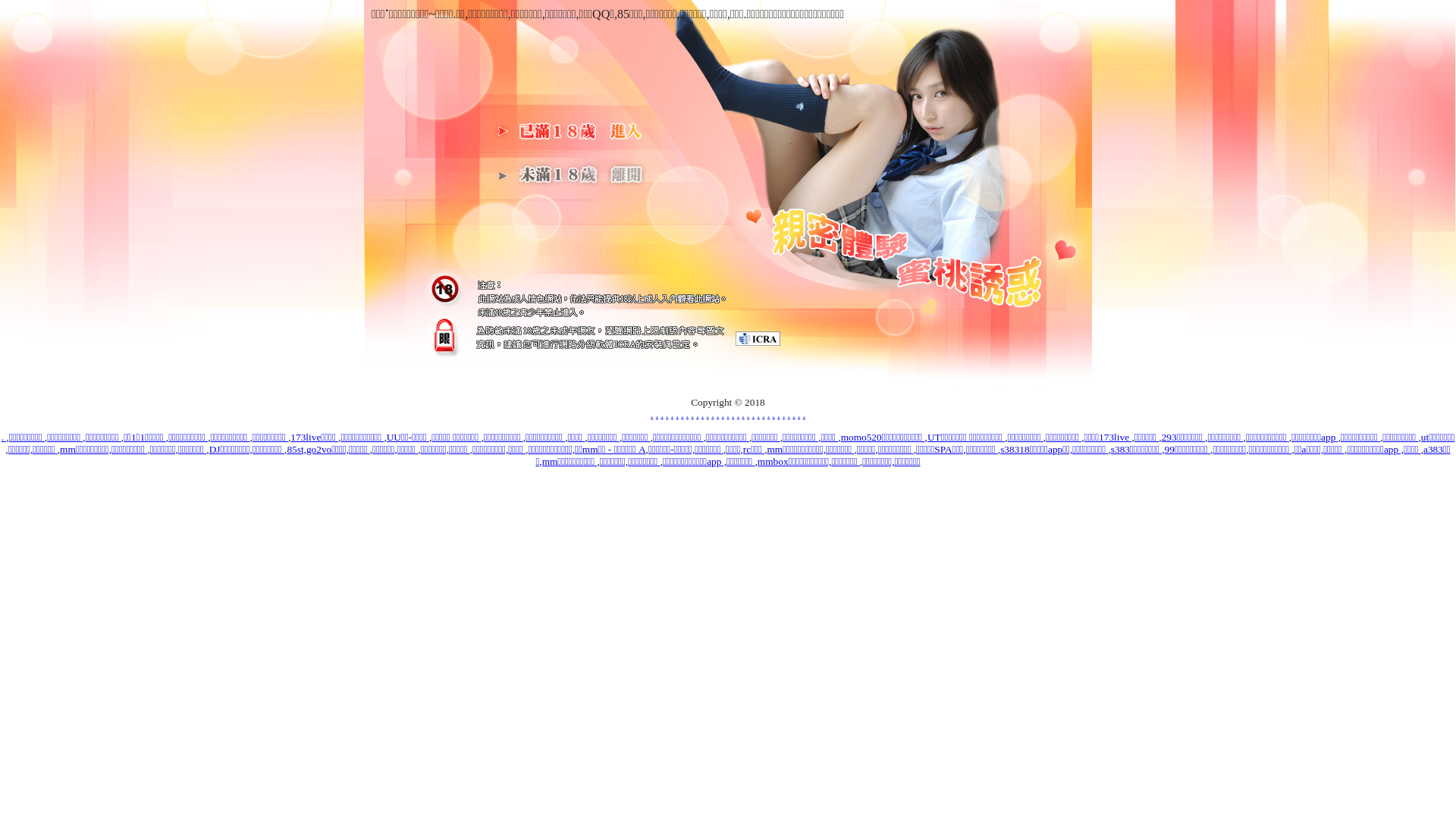 Image resolution: width=1456 pixels, height=819 pixels. What do you see at coordinates (696, 414) in the screenshot?
I see `'.'` at bounding box center [696, 414].